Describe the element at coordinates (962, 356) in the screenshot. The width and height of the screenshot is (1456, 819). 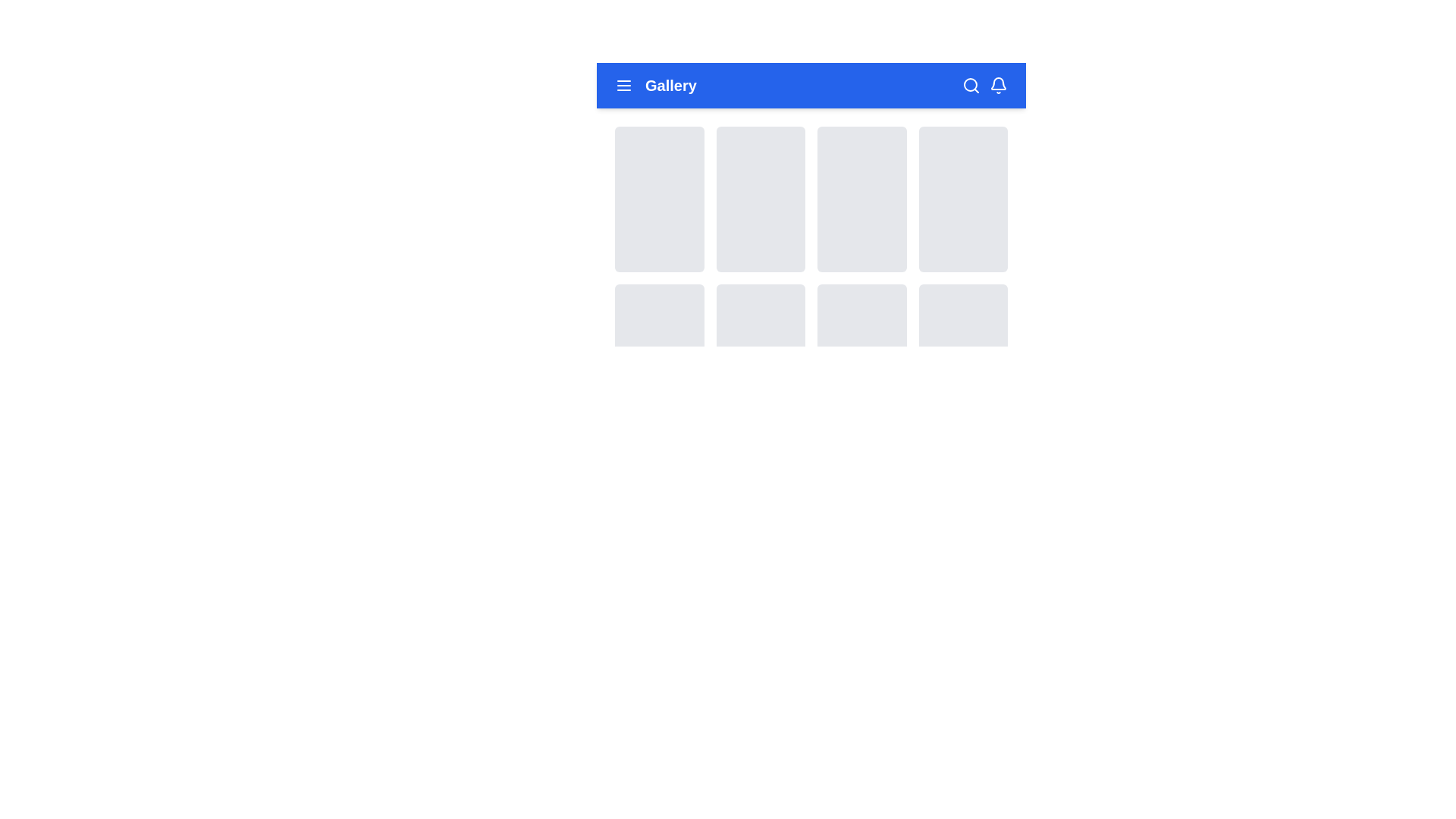
I see `the interactive card element with a light gray background and rounded corners located in the fourth column of the second row, below the blue navigation bar` at that location.